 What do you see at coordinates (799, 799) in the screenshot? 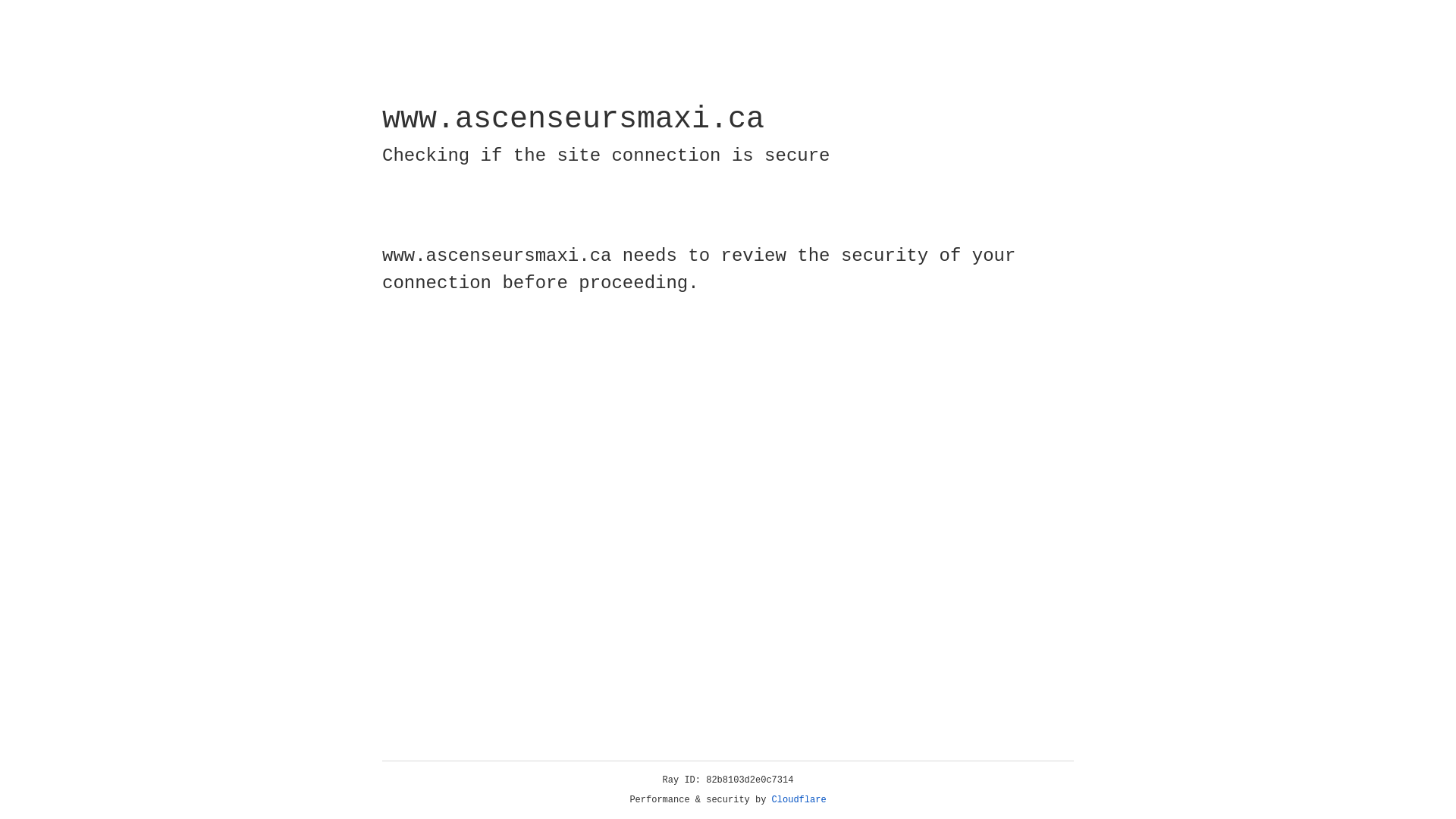
I see `'Cloudflare'` at bounding box center [799, 799].